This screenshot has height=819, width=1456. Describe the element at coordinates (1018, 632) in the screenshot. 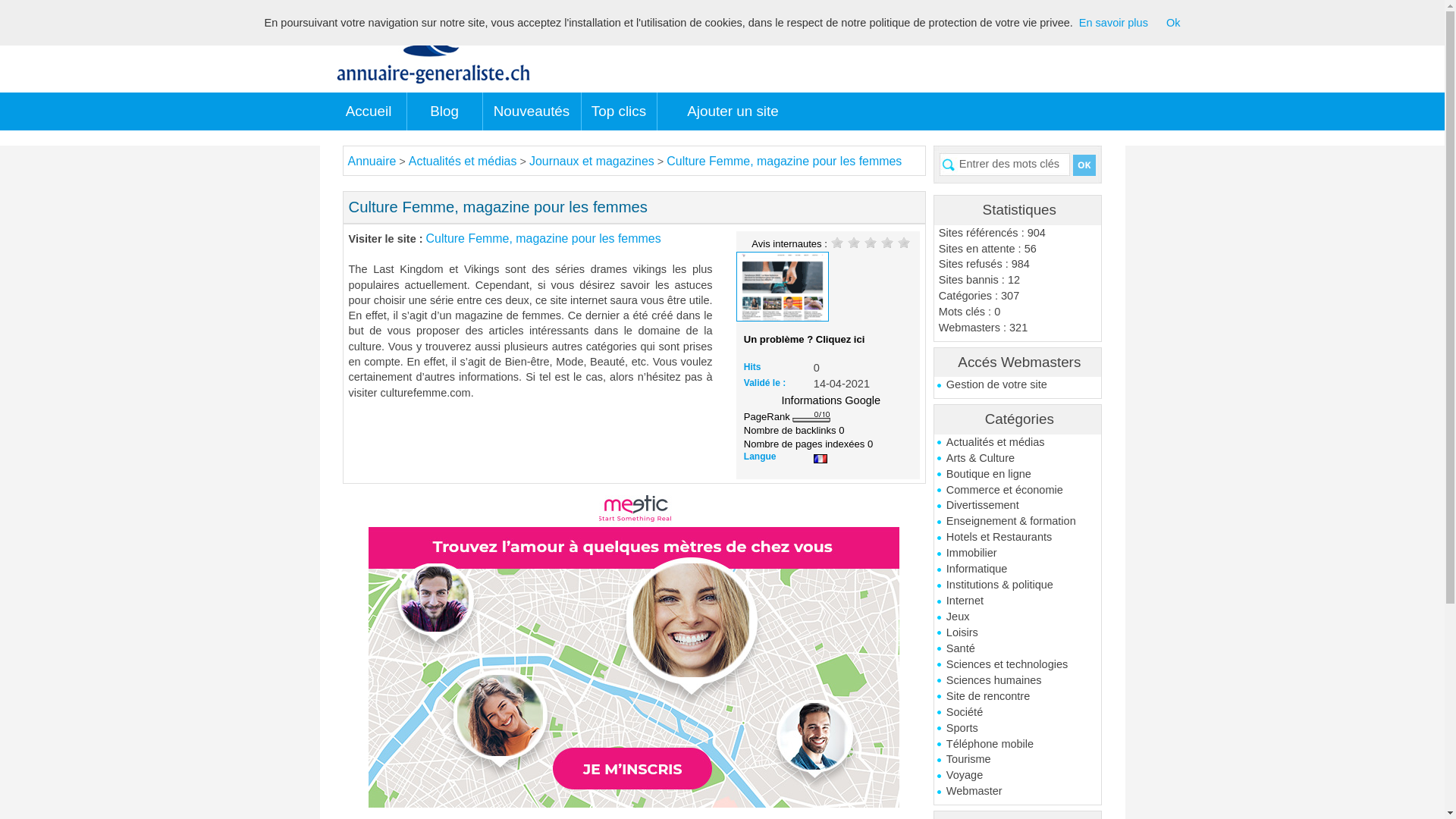

I see `'Loisirs'` at that location.